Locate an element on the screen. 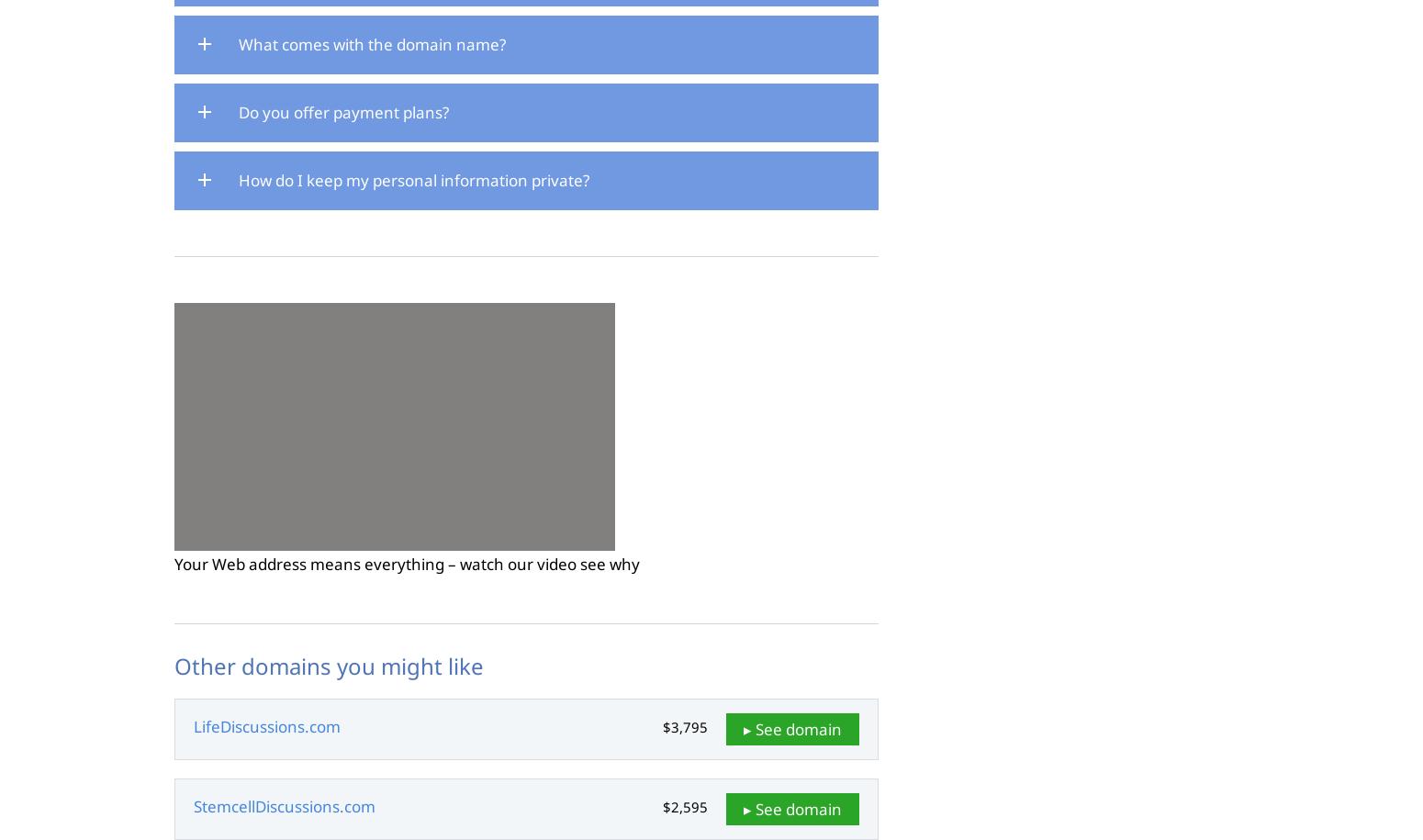  'How do I keep my personal information private?' is located at coordinates (238, 178).